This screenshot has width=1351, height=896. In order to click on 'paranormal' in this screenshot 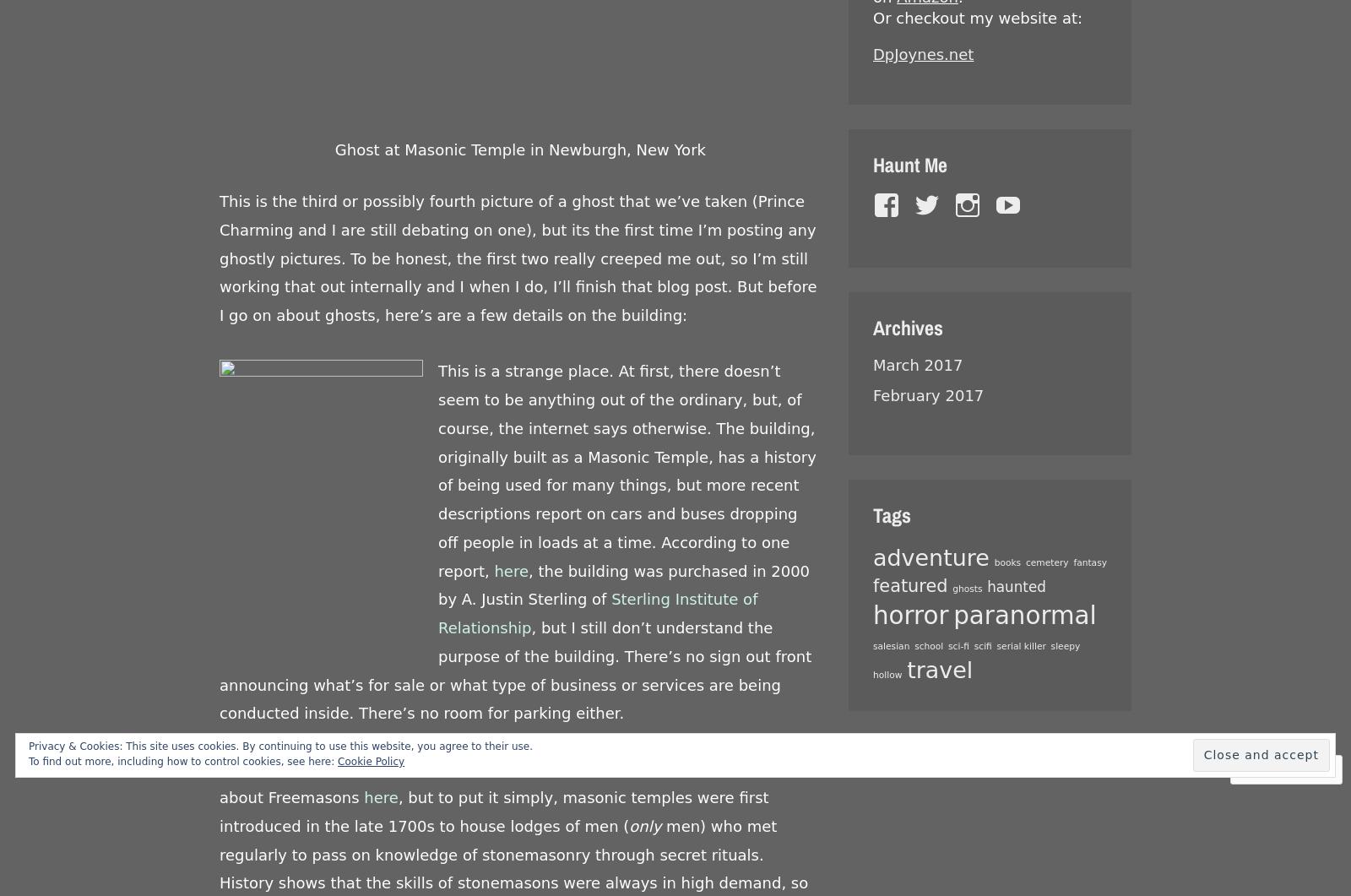, I will do `click(1023, 616)`.